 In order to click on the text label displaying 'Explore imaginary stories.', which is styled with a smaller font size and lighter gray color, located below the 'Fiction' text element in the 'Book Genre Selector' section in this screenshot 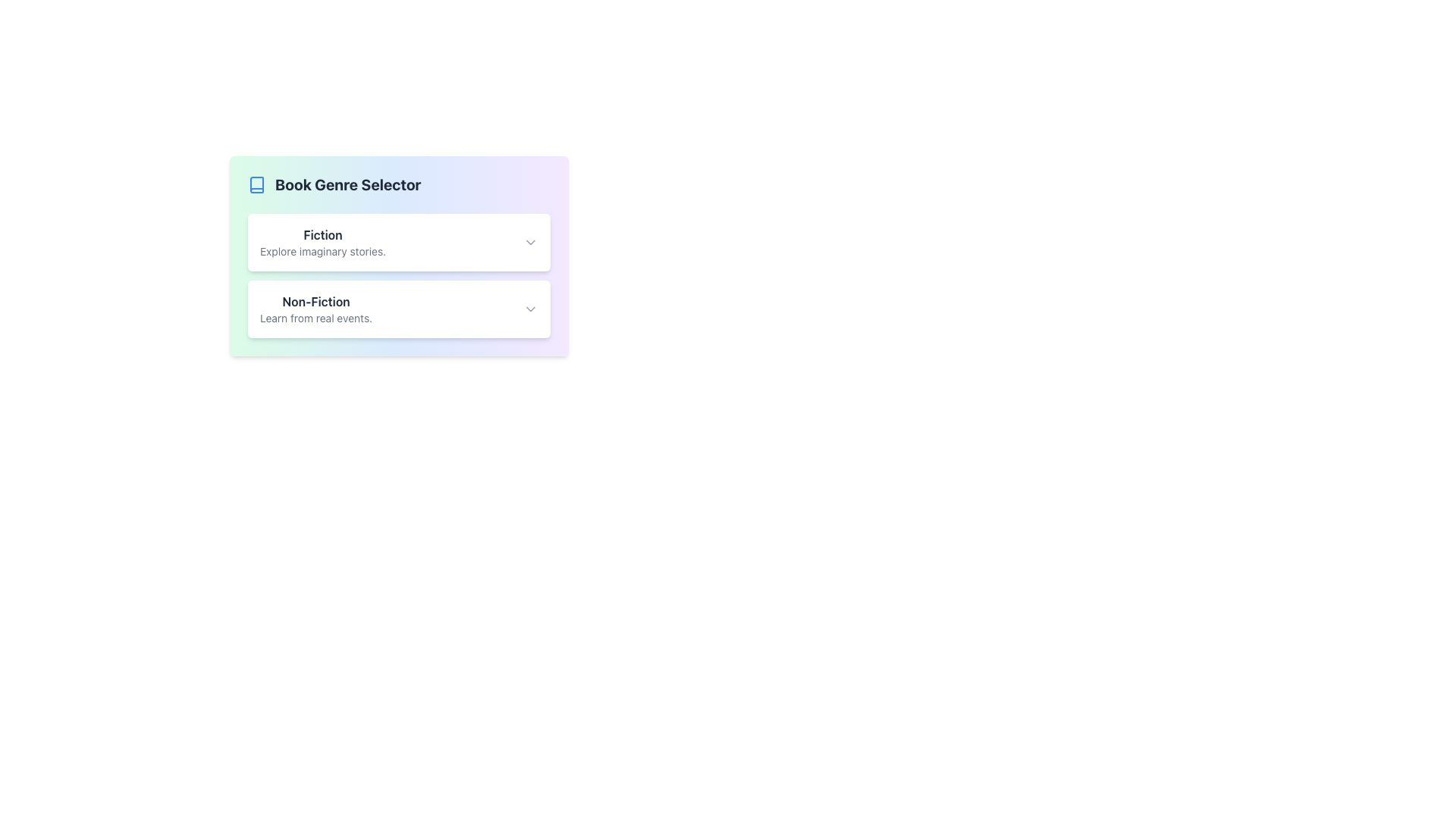, I will do `click(322, 250)`.